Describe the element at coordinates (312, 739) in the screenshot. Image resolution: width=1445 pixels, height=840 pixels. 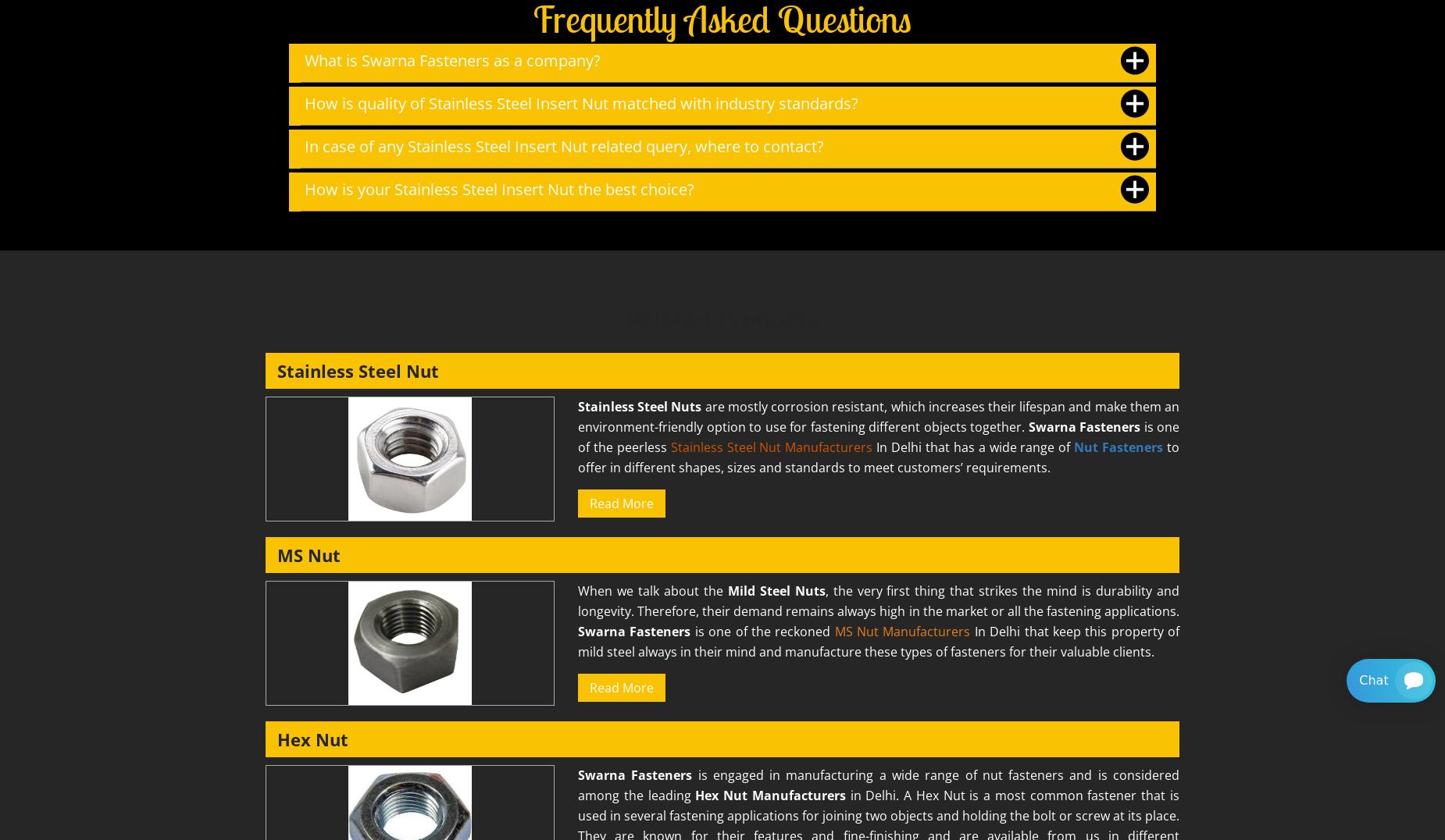
I see `'Hex Nut'` at that location.